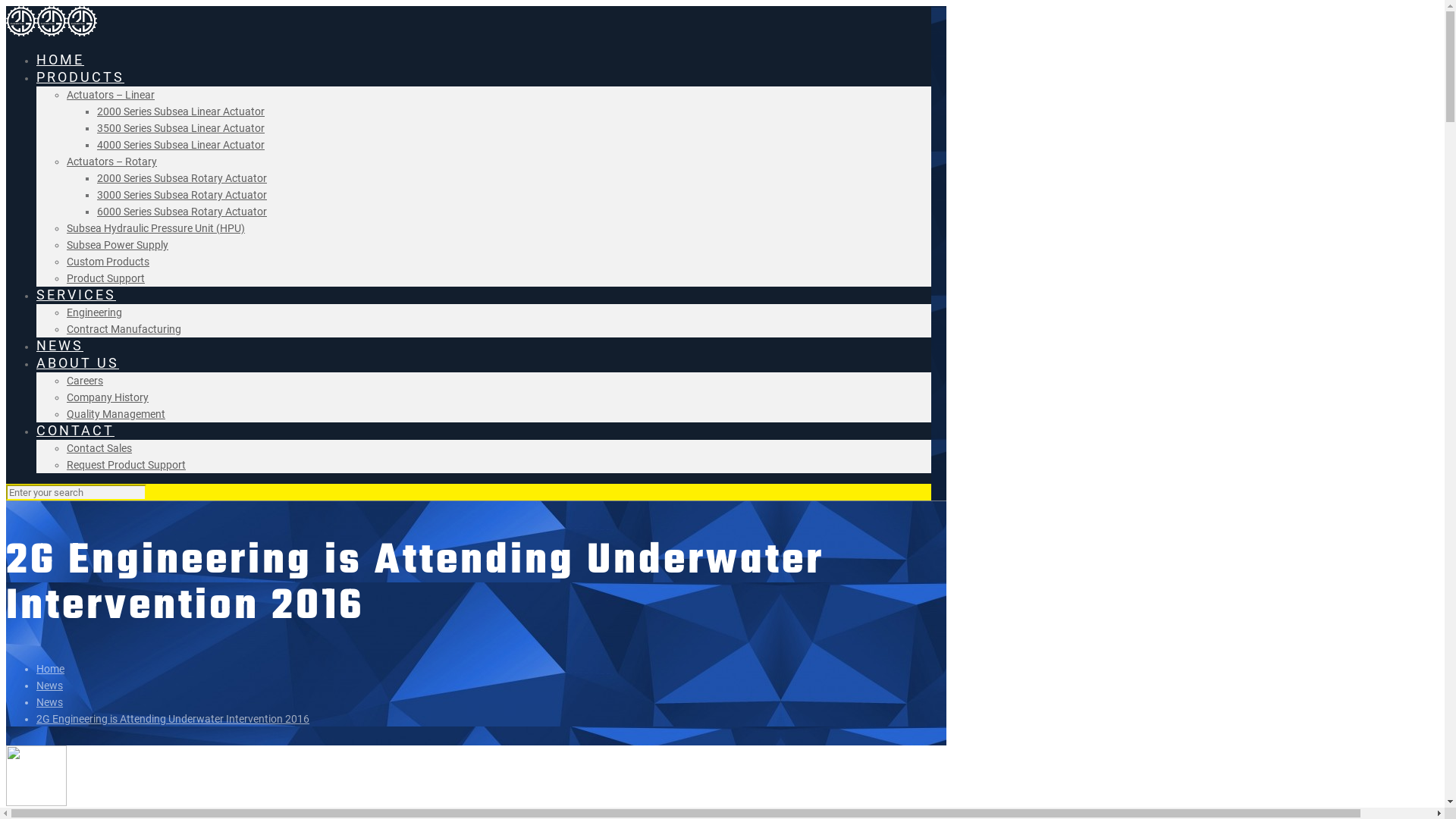  I want to click on 'ABOUT US', so click(77, 362).